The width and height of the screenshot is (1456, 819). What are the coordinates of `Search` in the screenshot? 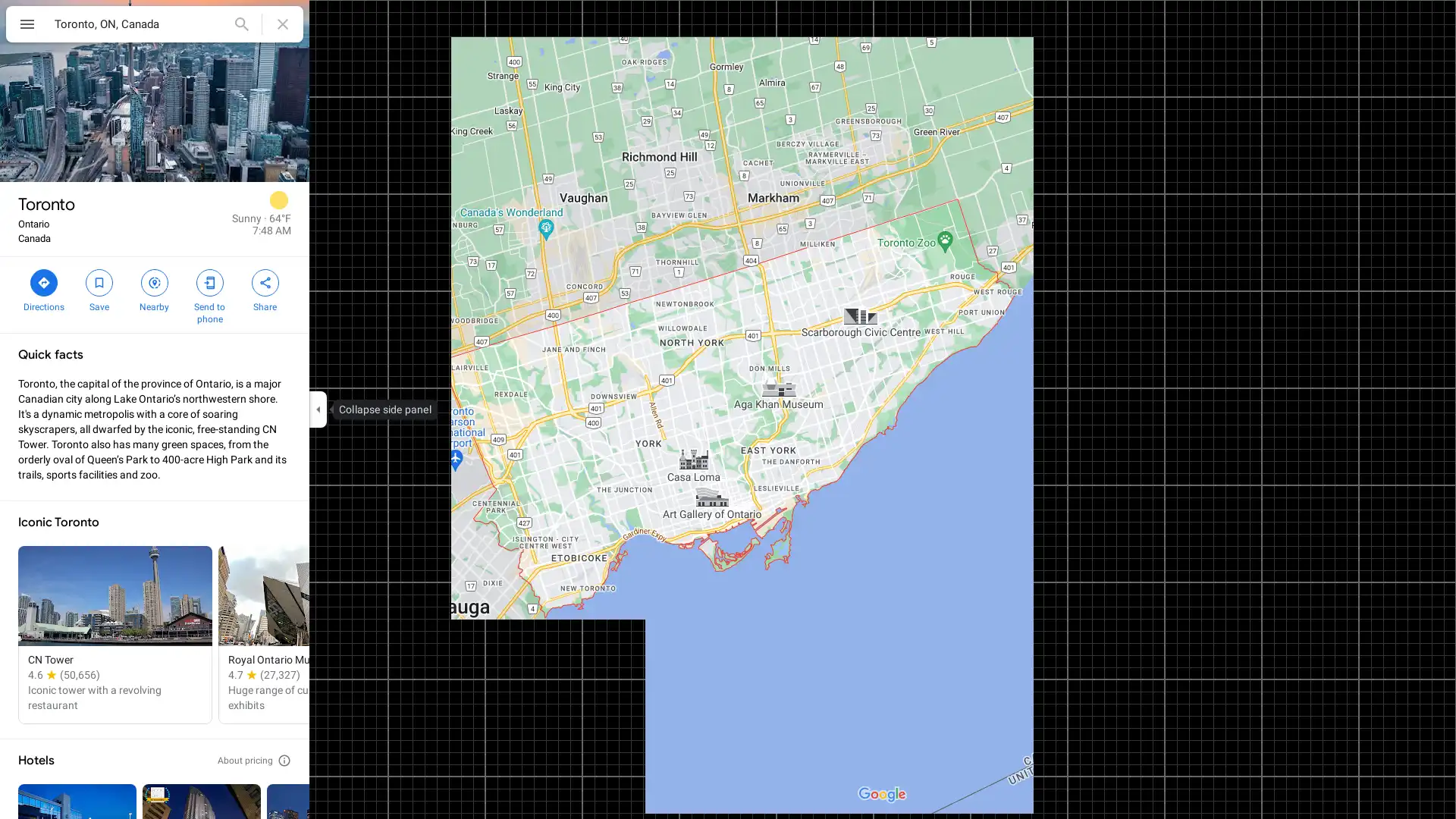 It's located at (240, 24).